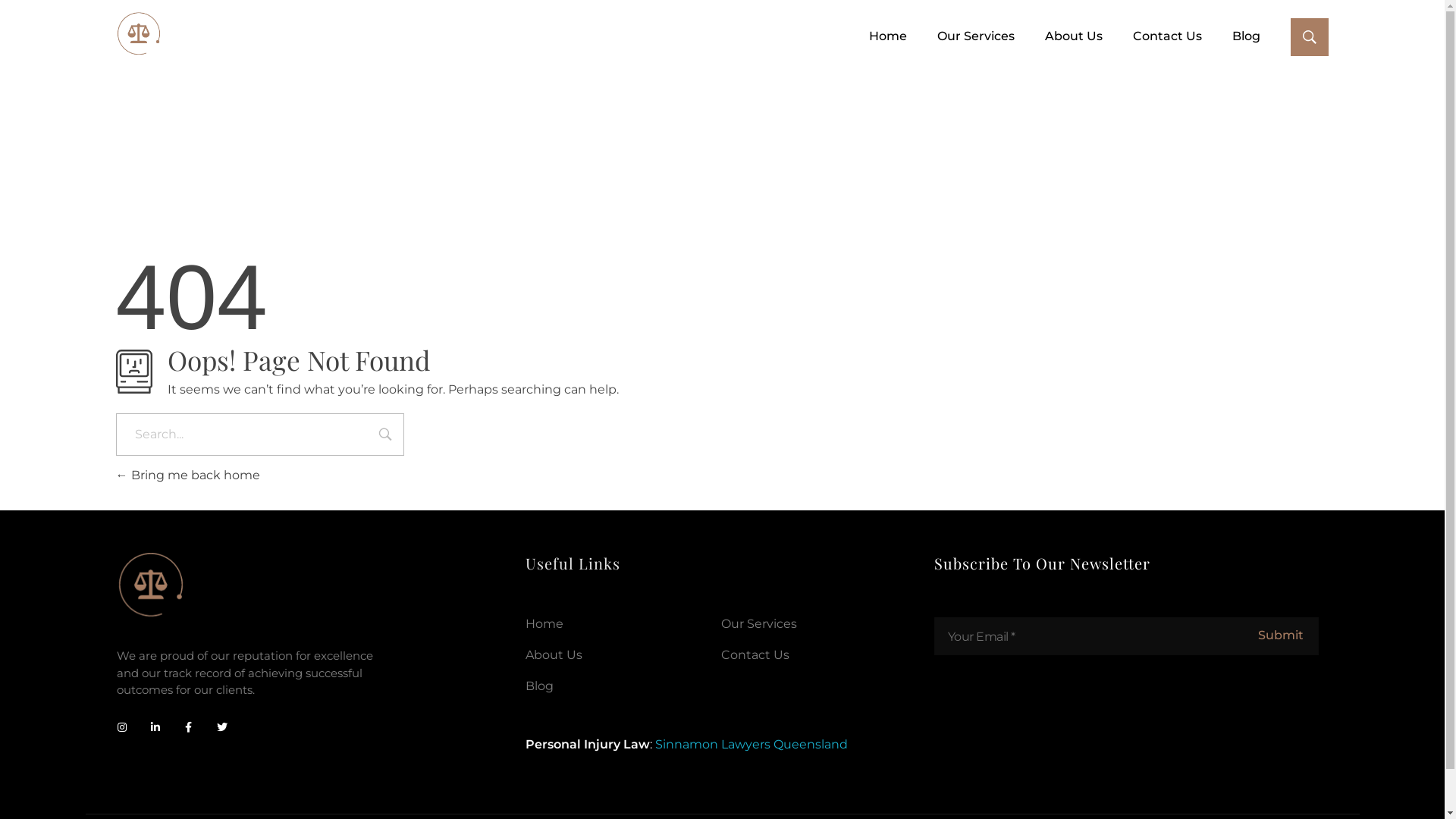 The height and width of the screenshot is (819, 1456). What do you see at coordinates (525, 654) in the screenshot?
I see `'About Us'` at bounding box center [525, 654].